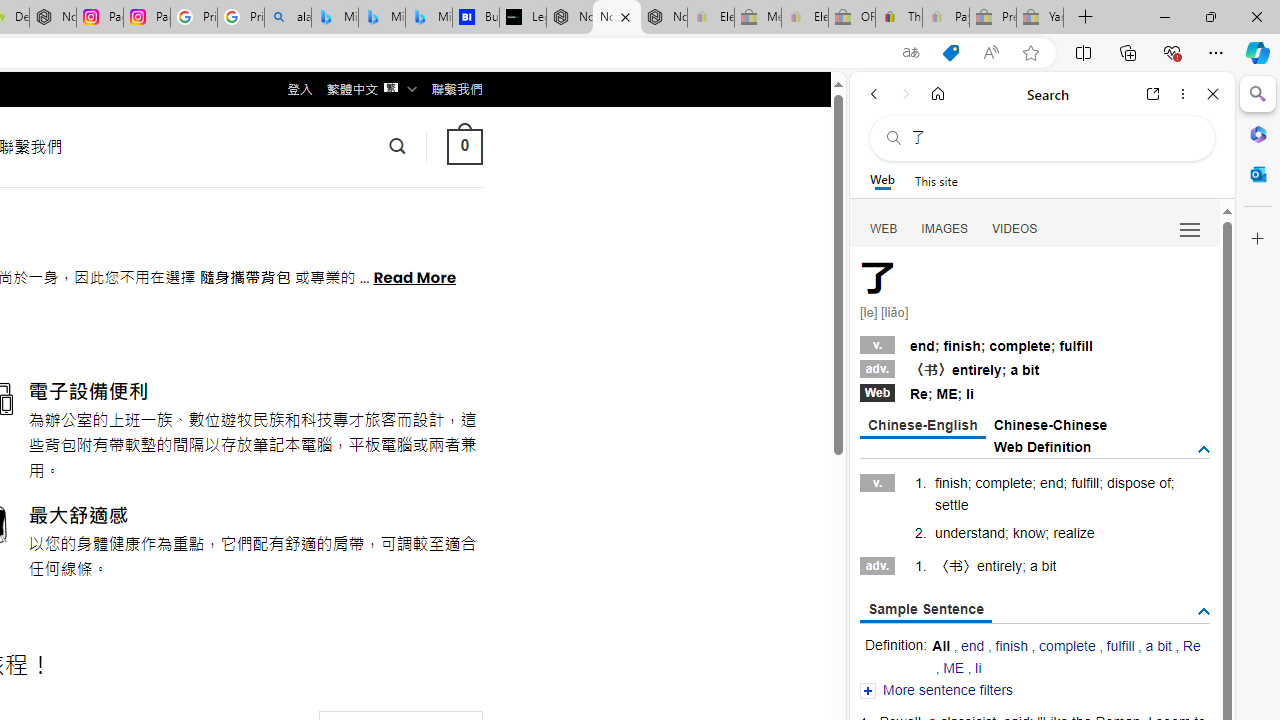 Image resolution: width=1280 pixels, height=720 pixels. I want to click on 'Web Definition', so click(1041, 446).